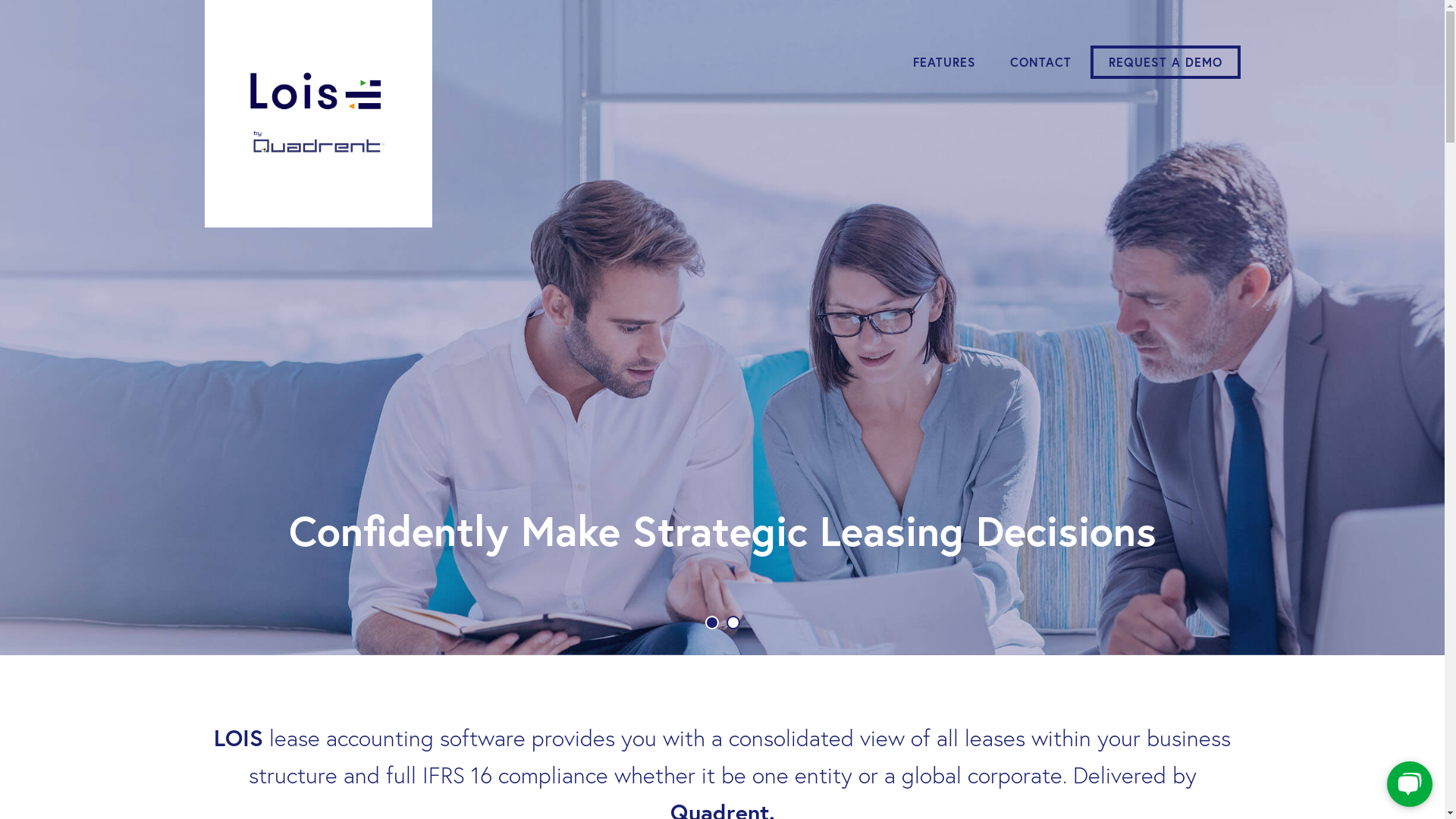 The width and height of the screenshot is (1456, 819). Describe the element at coordinates (898, 61) in the screenshot. I see `'FEATURES'` at that location.